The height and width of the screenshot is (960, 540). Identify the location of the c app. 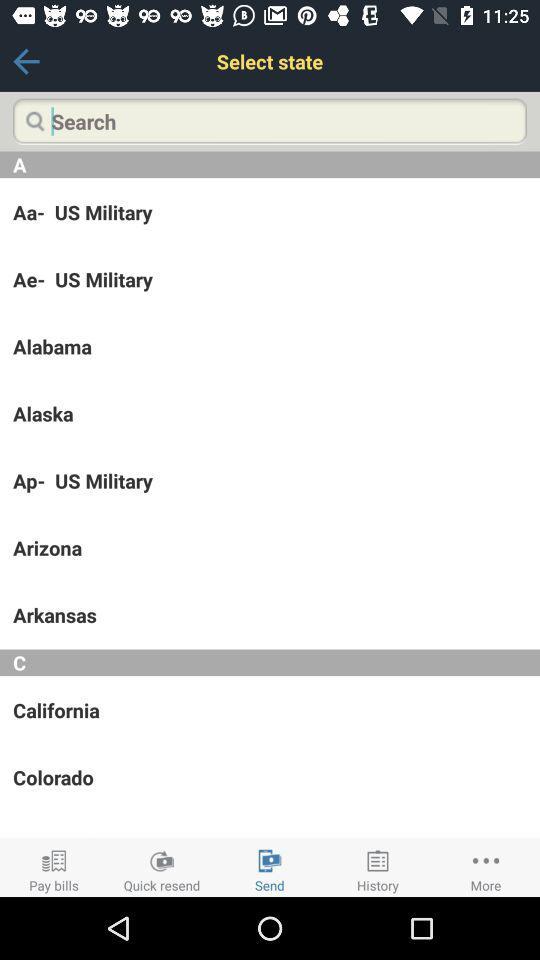
(270, 662).